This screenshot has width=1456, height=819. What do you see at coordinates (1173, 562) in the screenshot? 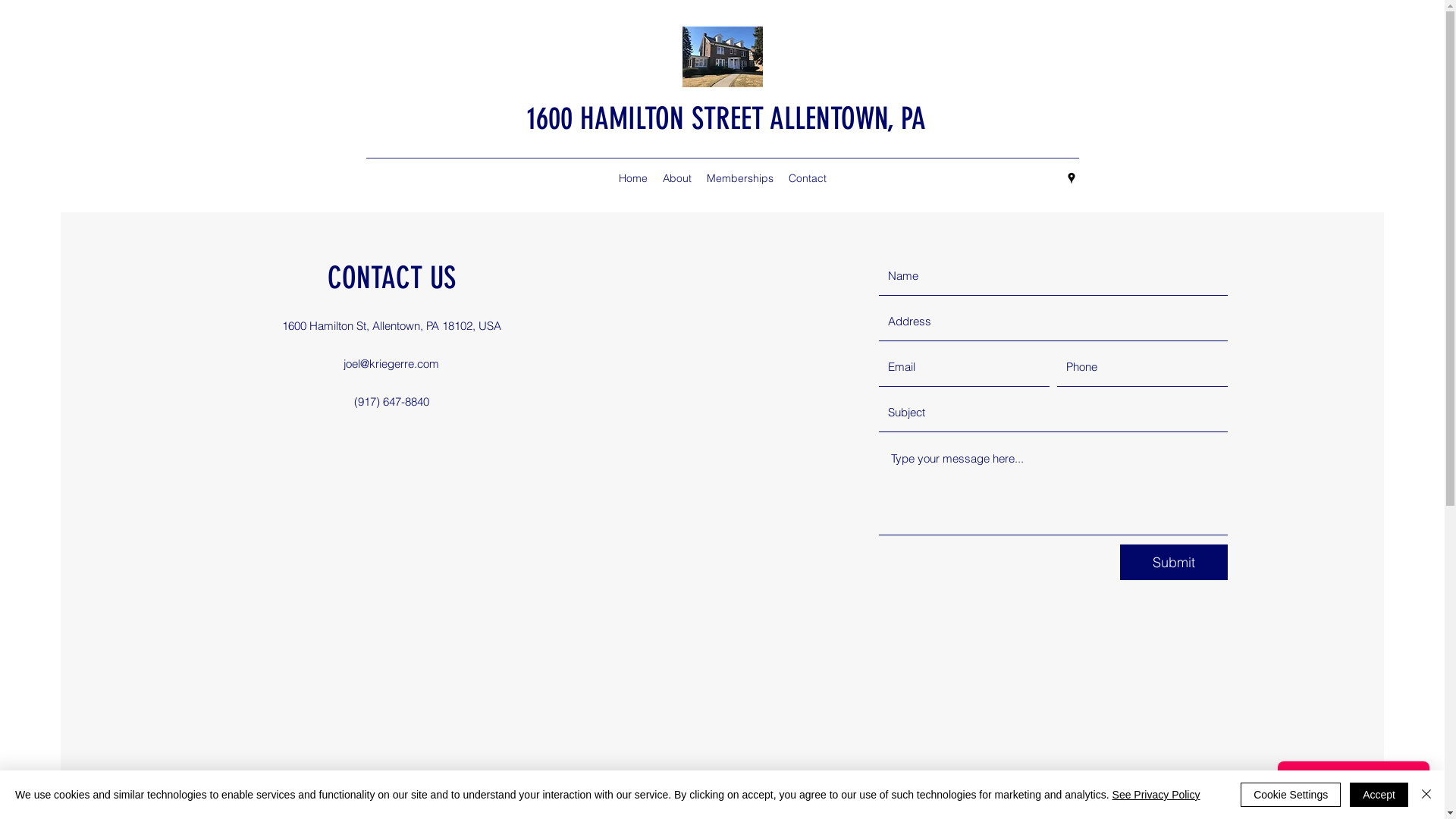
I see `'Submit'` at bounding box center [1173, 562].